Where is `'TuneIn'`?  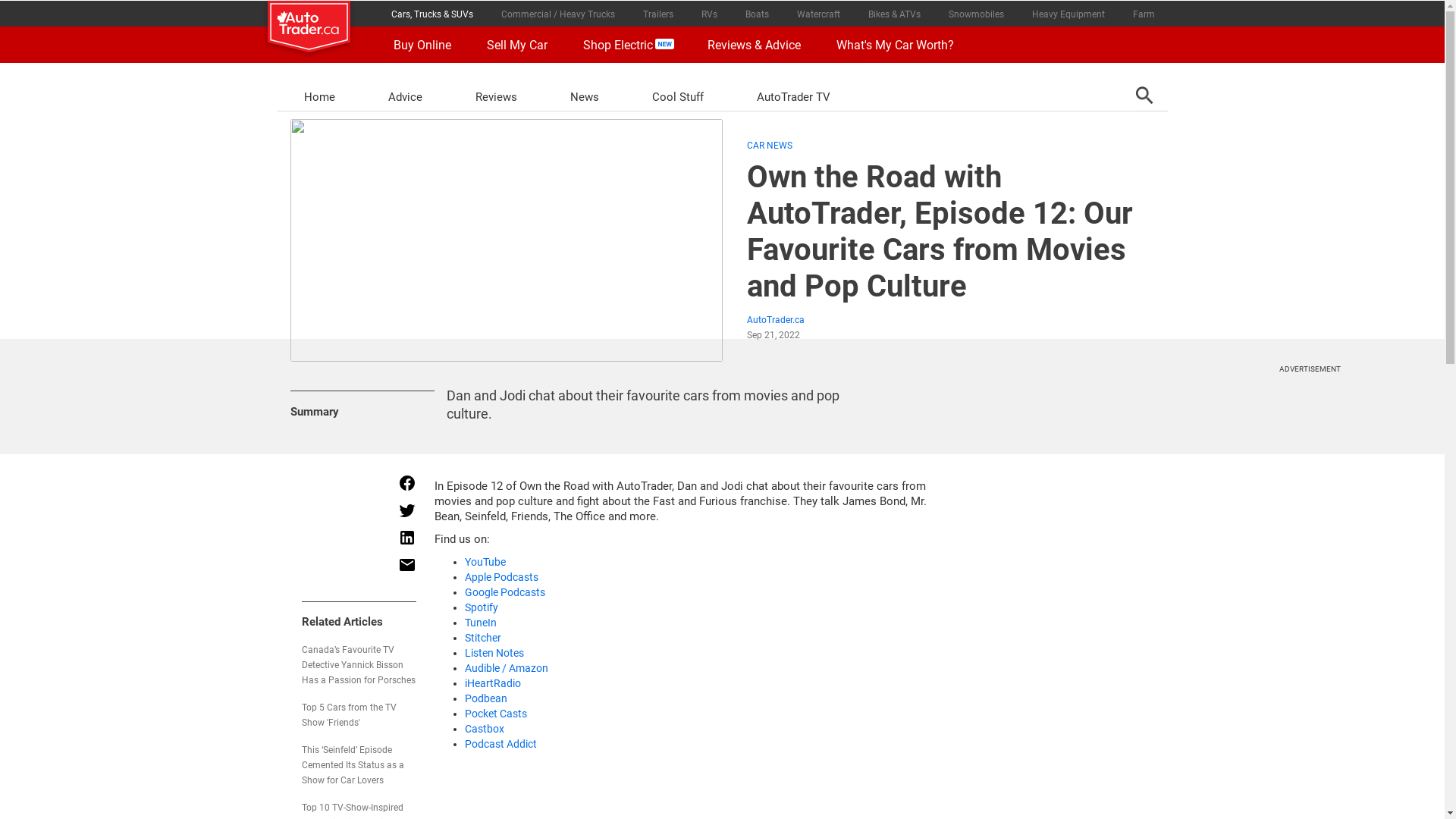 'TuneIn' is located at coordinates (479, 623).